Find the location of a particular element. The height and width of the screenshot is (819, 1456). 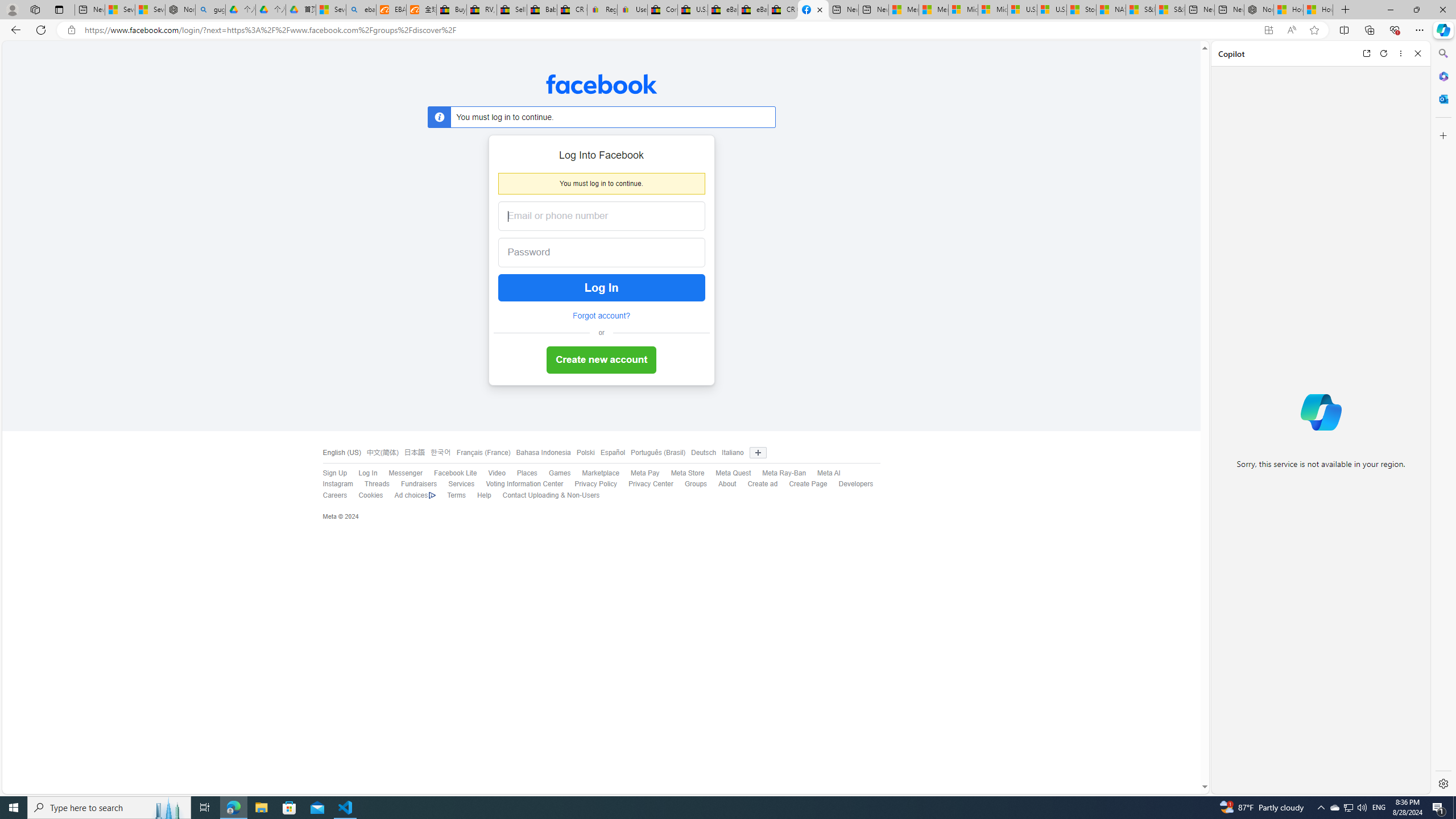

'Careers' is located at coordinates (334, 494).